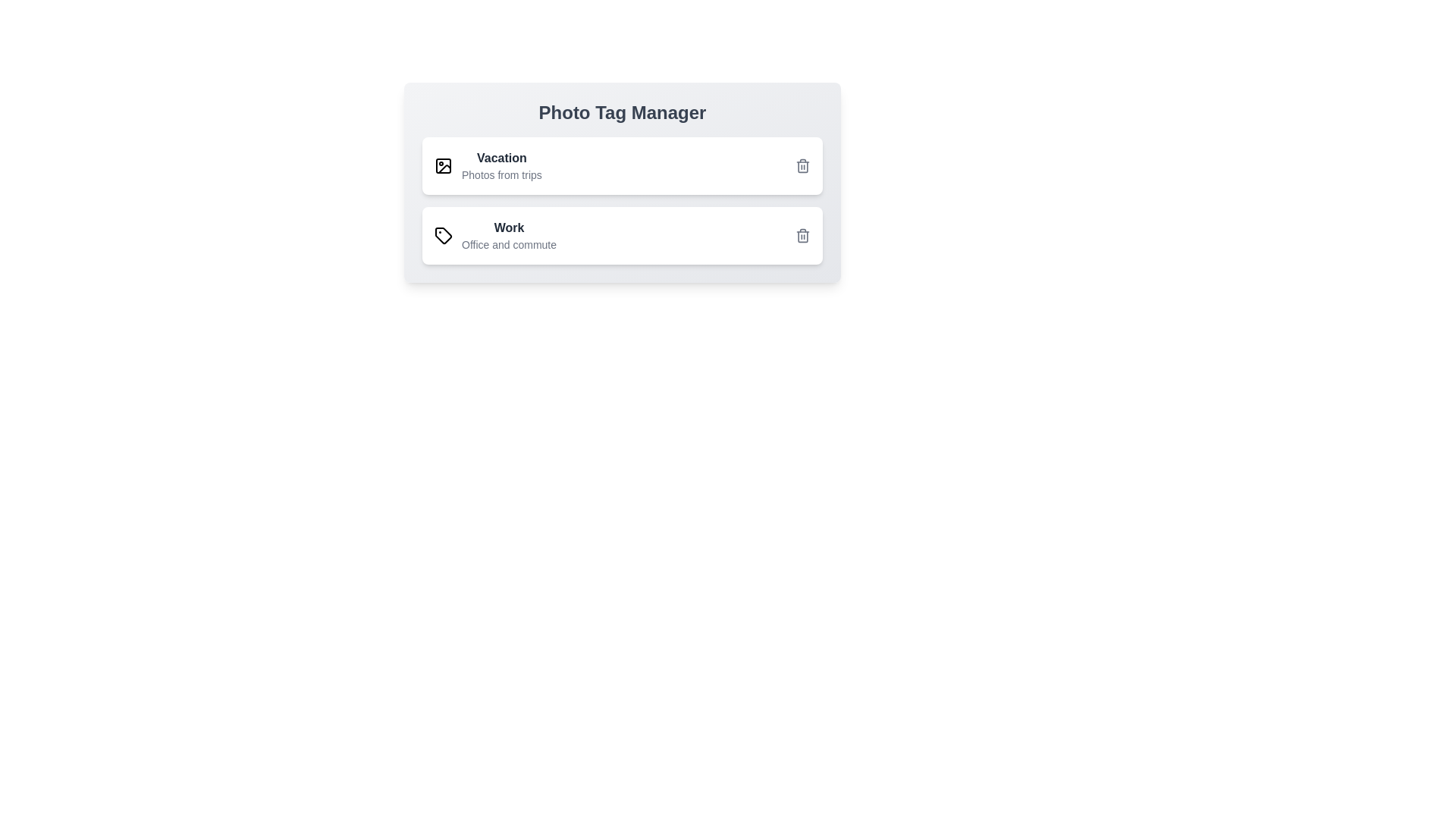 Image resolution: width=1456 pixels, height=819 pixels. What do you see at coordinates (802, 166) in the screenshot?
I see `the trash icon associated with the tag Vacation to remove it` at bounding box center [802, 166].